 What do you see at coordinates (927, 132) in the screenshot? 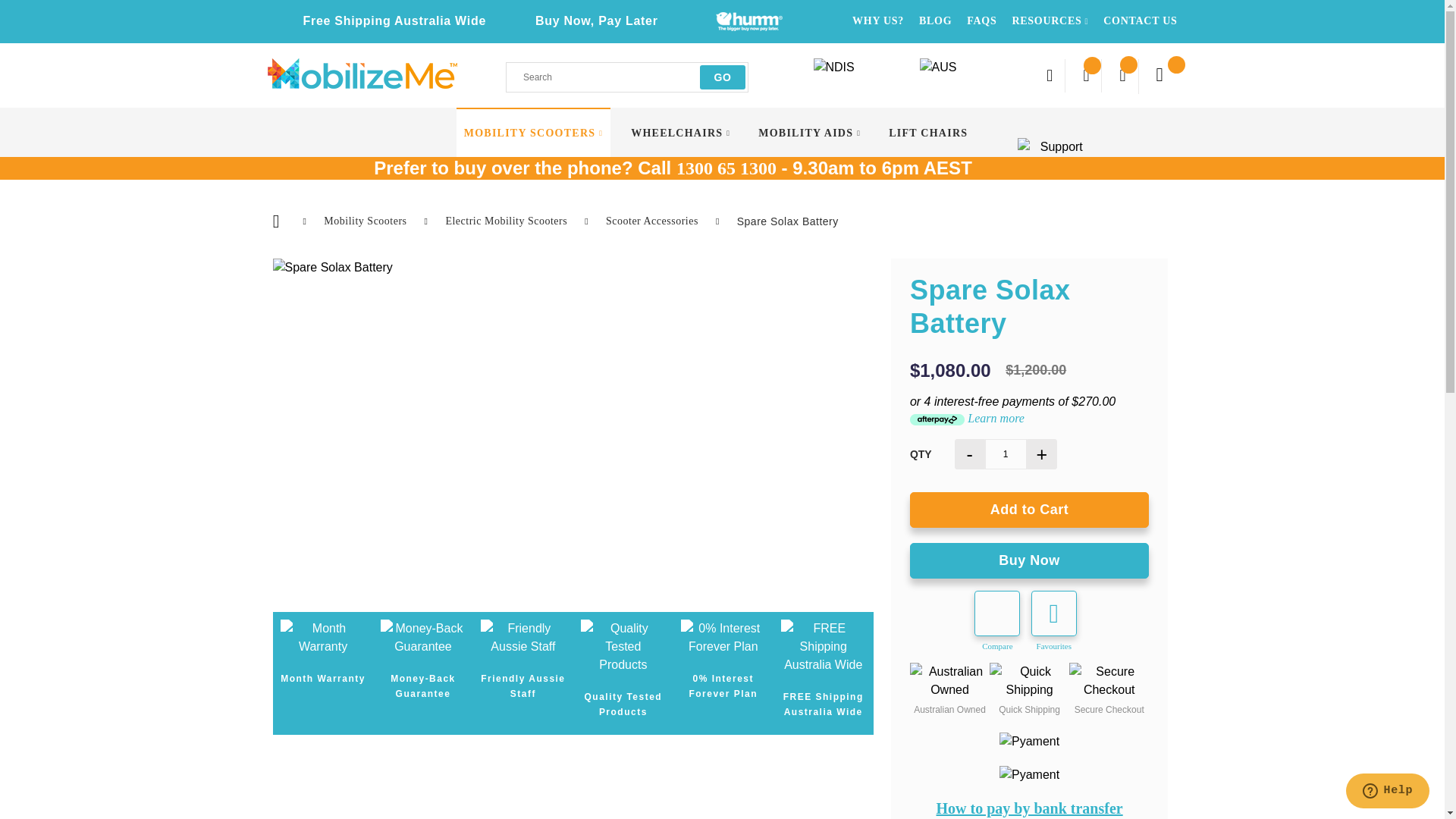
I see `'LIFT CHAIRS'` at bounding box center [927, 132].